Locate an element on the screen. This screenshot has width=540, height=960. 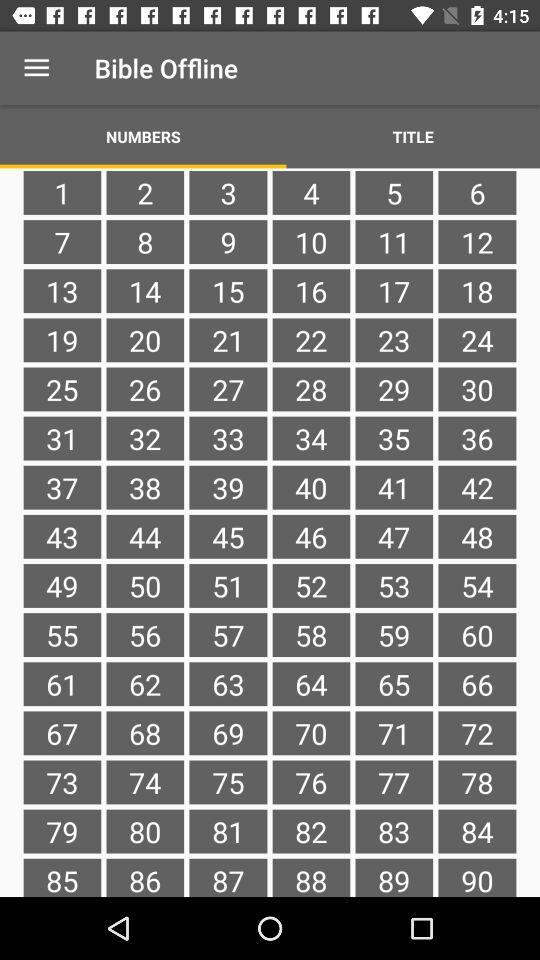
69 item is located at coordinates (227, 732).